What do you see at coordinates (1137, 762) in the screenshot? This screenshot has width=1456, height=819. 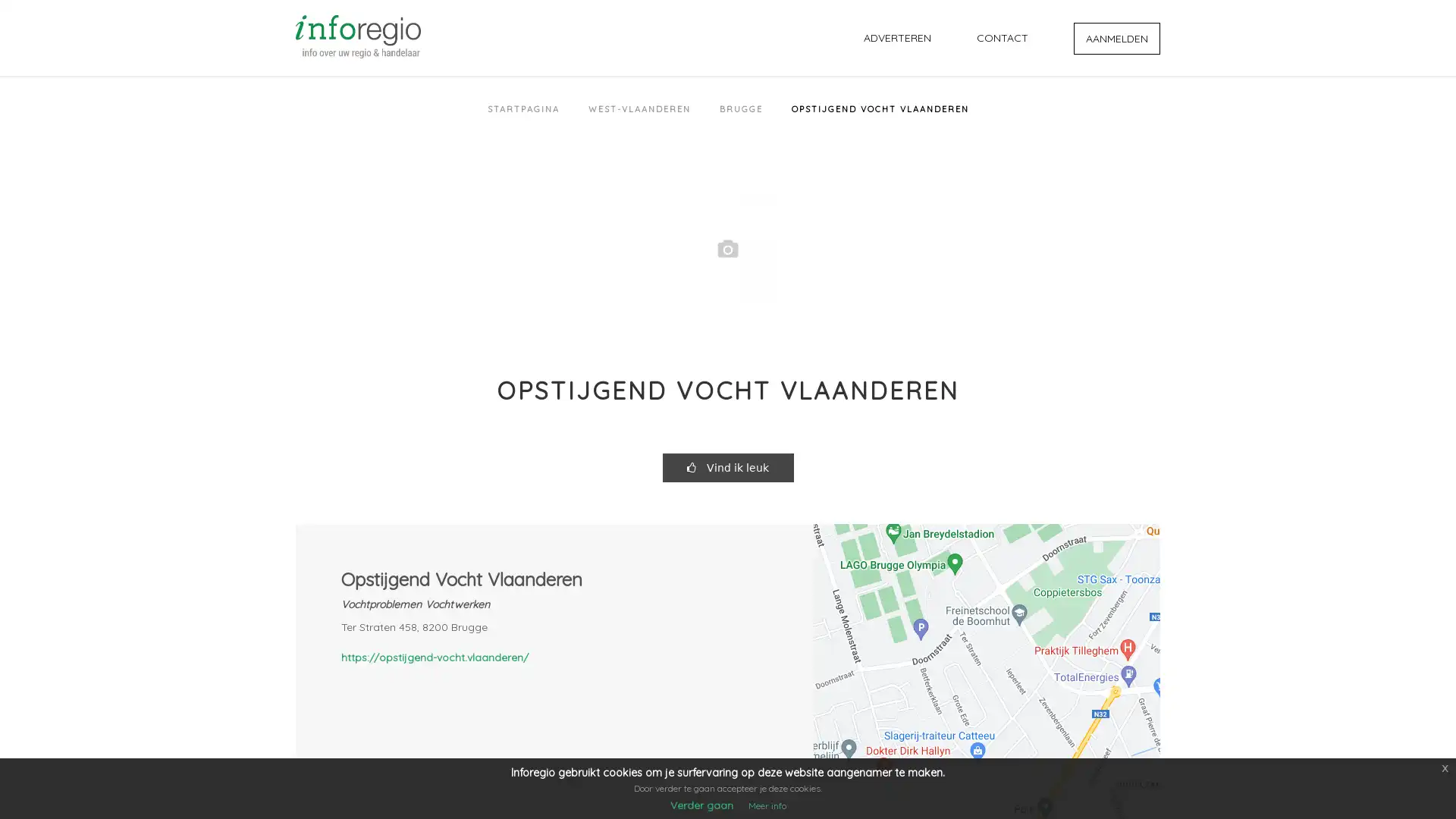 I see `Zoom in` at bounding box center [1137, 762].